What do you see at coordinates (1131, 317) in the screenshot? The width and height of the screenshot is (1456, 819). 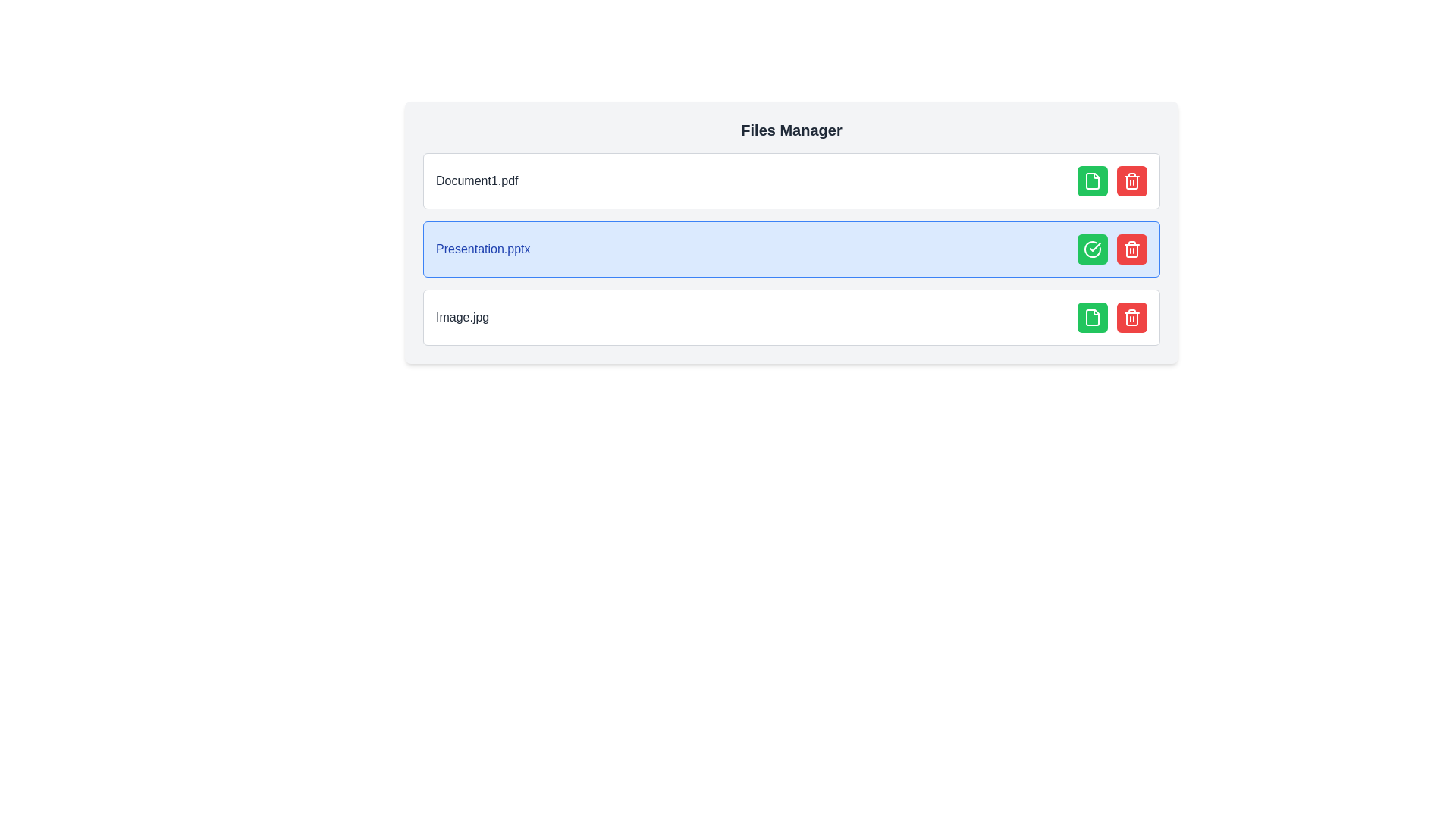 I see `the second button in the horizontal button group, located on the far right` at bounding box center [1131, 317].